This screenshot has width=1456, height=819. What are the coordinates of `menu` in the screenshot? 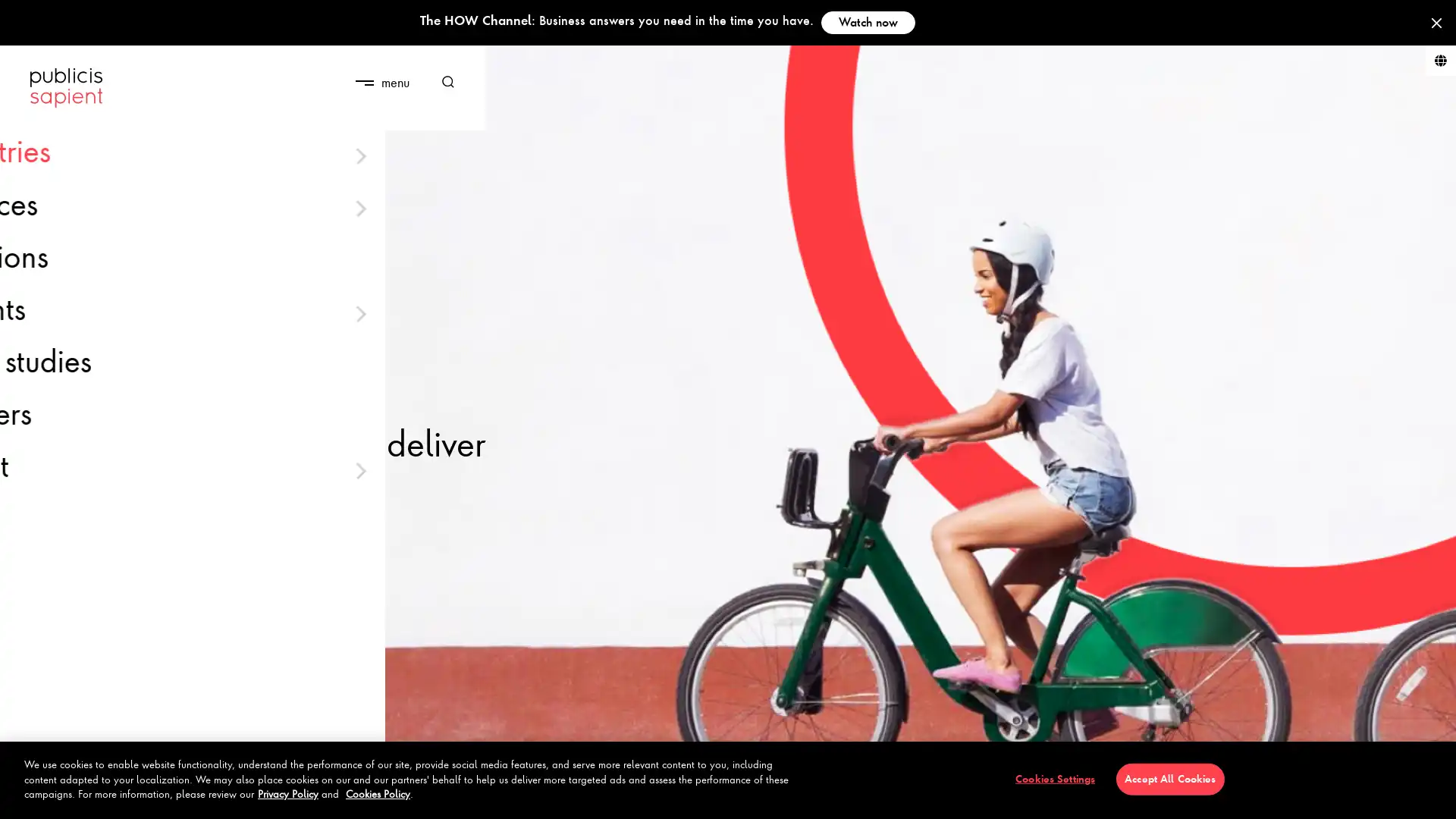 It's located at (381, 82).